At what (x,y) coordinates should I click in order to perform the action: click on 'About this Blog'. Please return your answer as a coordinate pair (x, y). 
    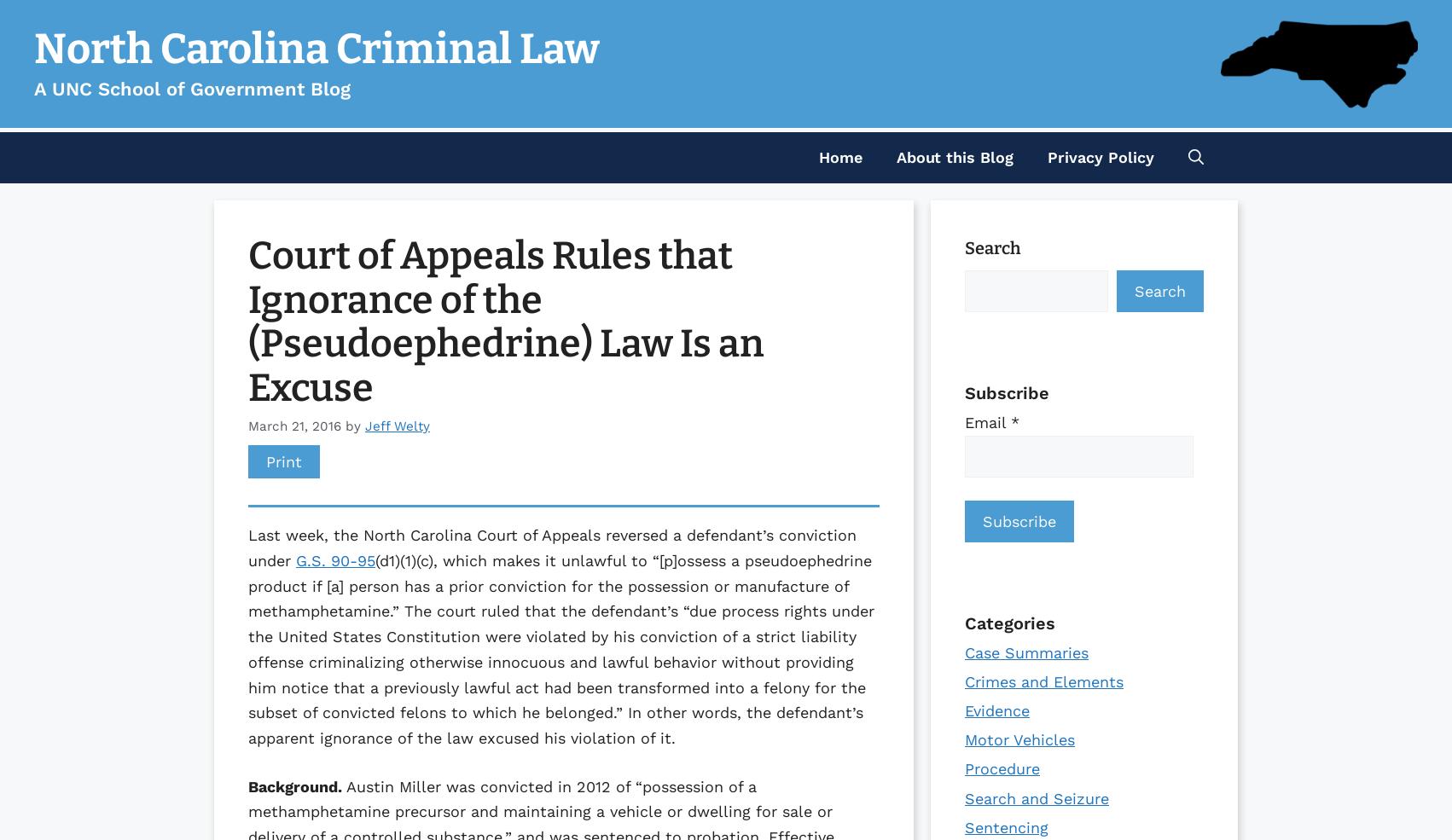
    Looking at the image, I should click on (954, 157).